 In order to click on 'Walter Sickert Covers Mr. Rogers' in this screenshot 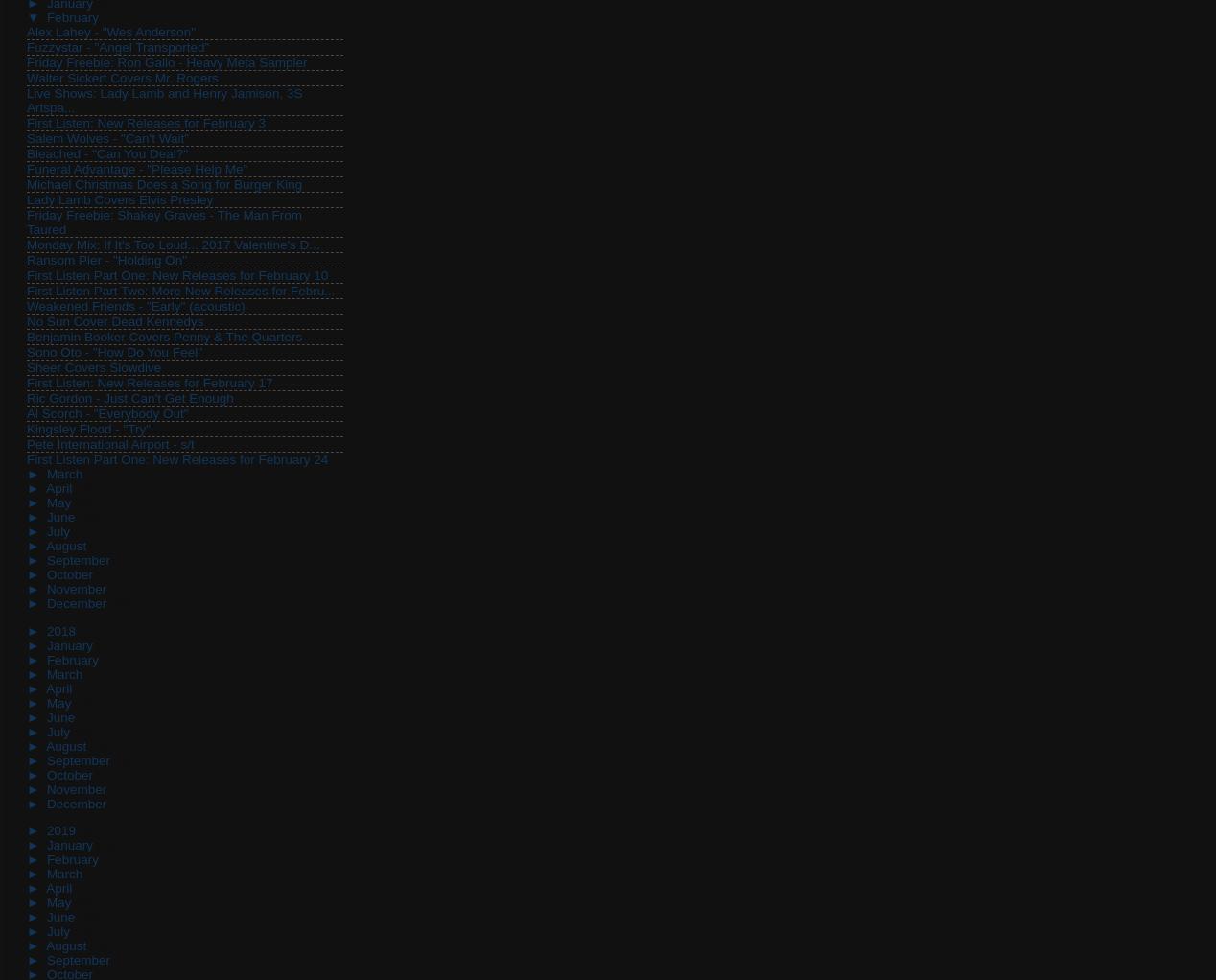, I will do `click(26, 77)`.